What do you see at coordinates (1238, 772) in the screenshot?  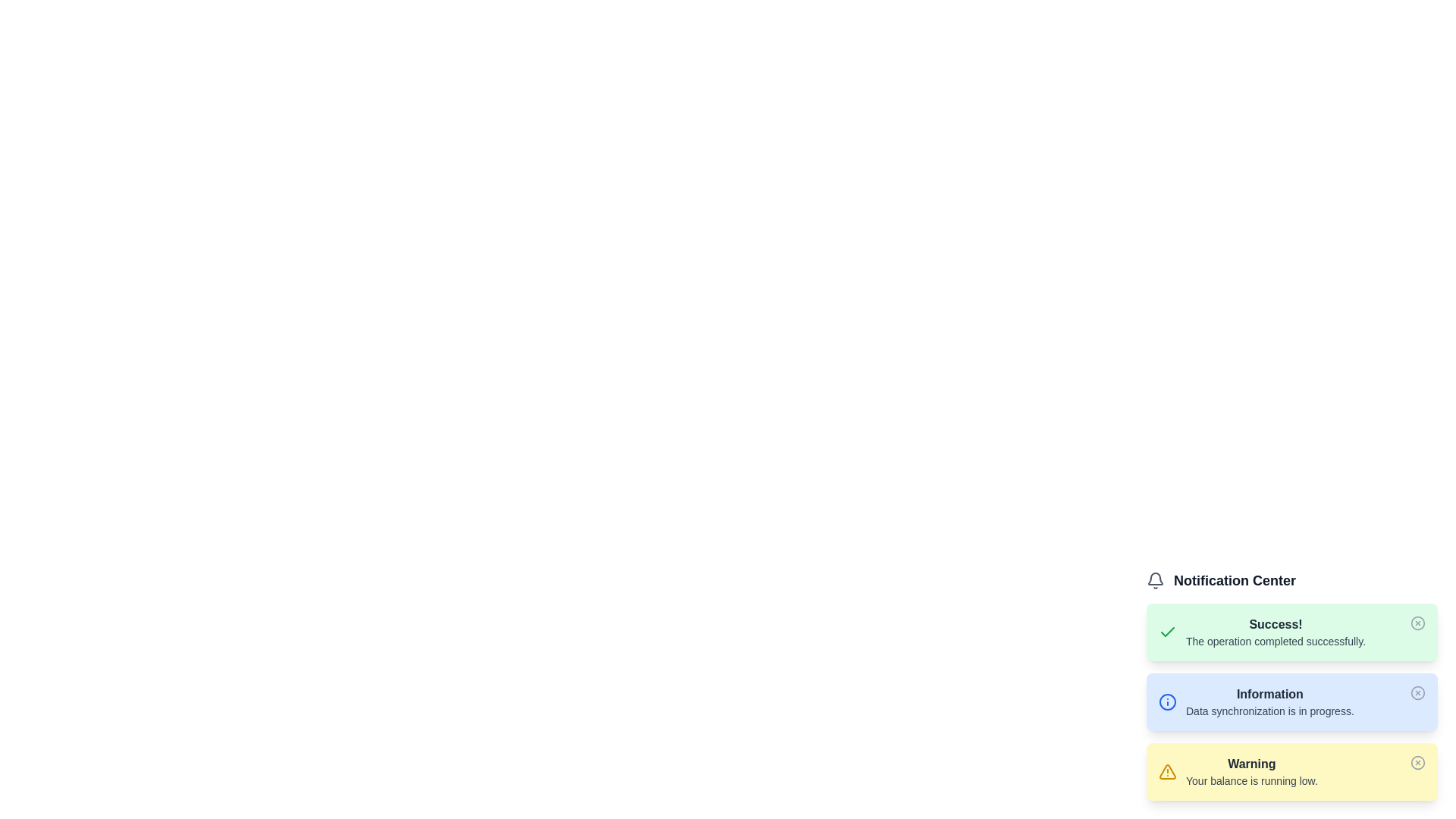 I see `the text-based notification element that displays a yellow warning icon and the message 'Warning: Your balance is running low.'` at bounding box center [1238, 772].